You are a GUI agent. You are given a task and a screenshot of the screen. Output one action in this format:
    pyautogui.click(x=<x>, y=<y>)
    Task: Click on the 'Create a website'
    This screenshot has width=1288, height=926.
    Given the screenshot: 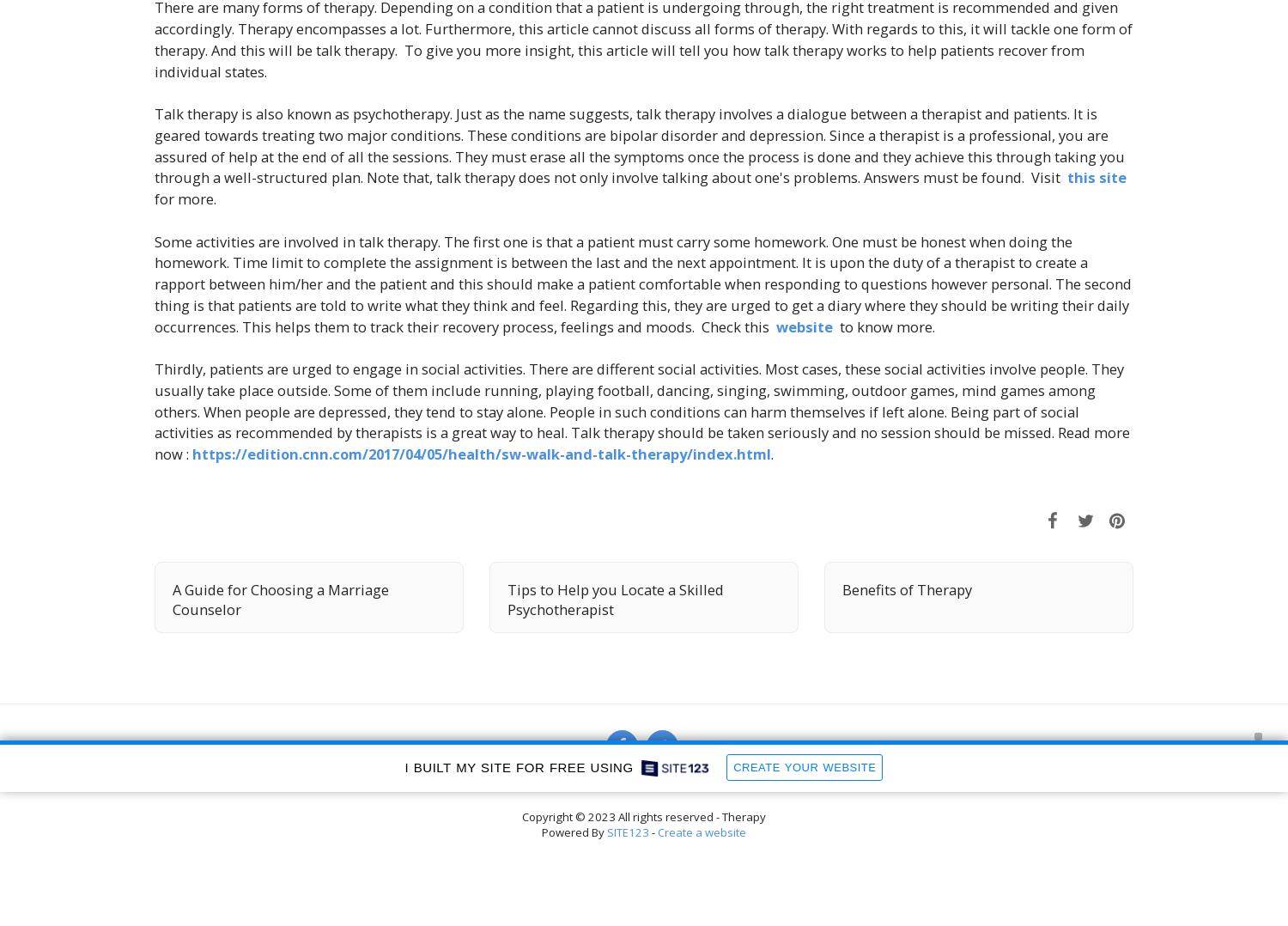 What is the action you would take?
    pyautogui.click(x=701, y=832)
    